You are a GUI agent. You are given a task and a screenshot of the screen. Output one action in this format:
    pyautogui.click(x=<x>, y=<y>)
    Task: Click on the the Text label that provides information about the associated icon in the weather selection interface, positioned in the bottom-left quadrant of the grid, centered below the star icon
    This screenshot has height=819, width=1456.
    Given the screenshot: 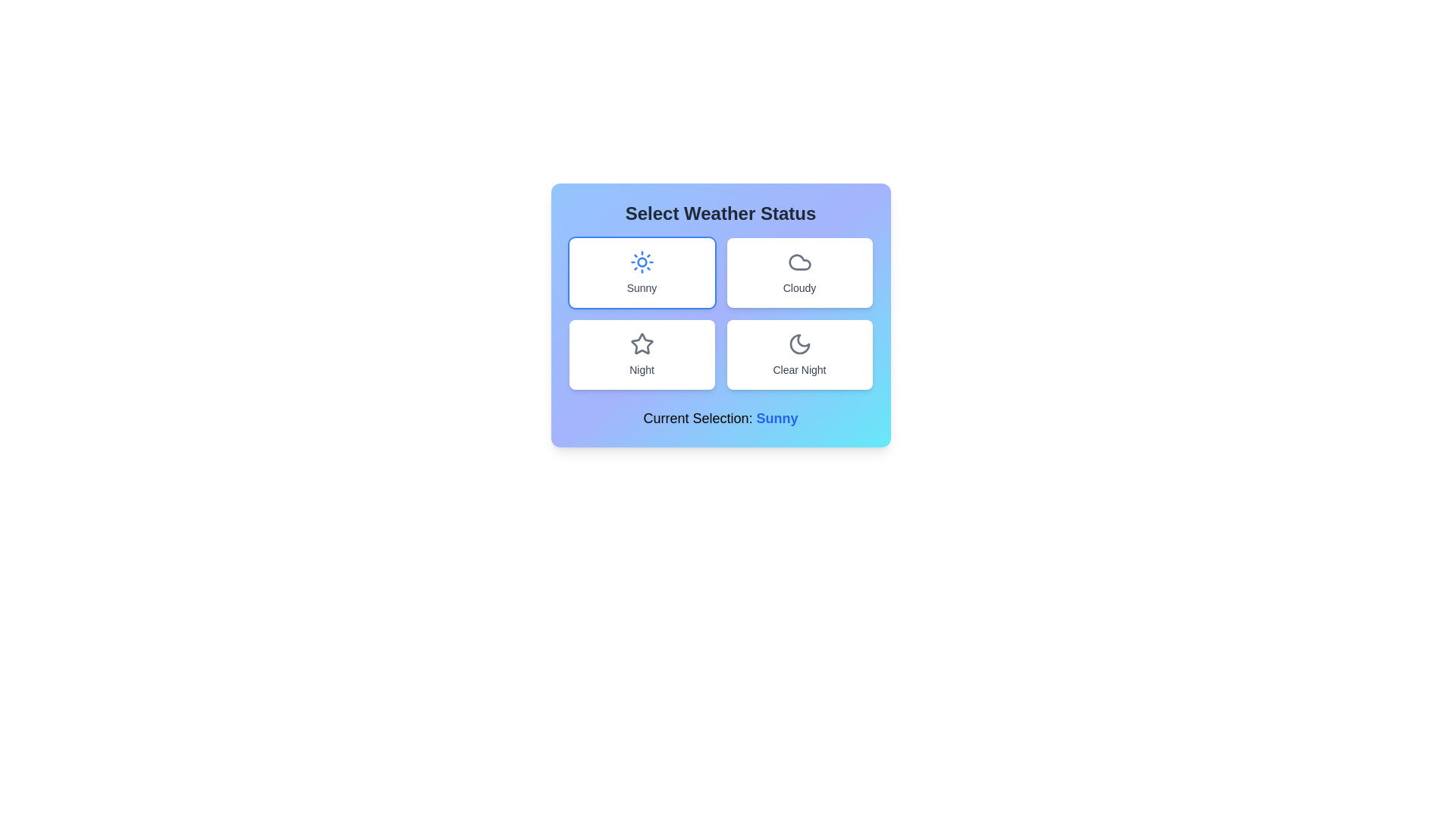 What is the action you would take?
    pyautogui.click(x=642, y=370)
    